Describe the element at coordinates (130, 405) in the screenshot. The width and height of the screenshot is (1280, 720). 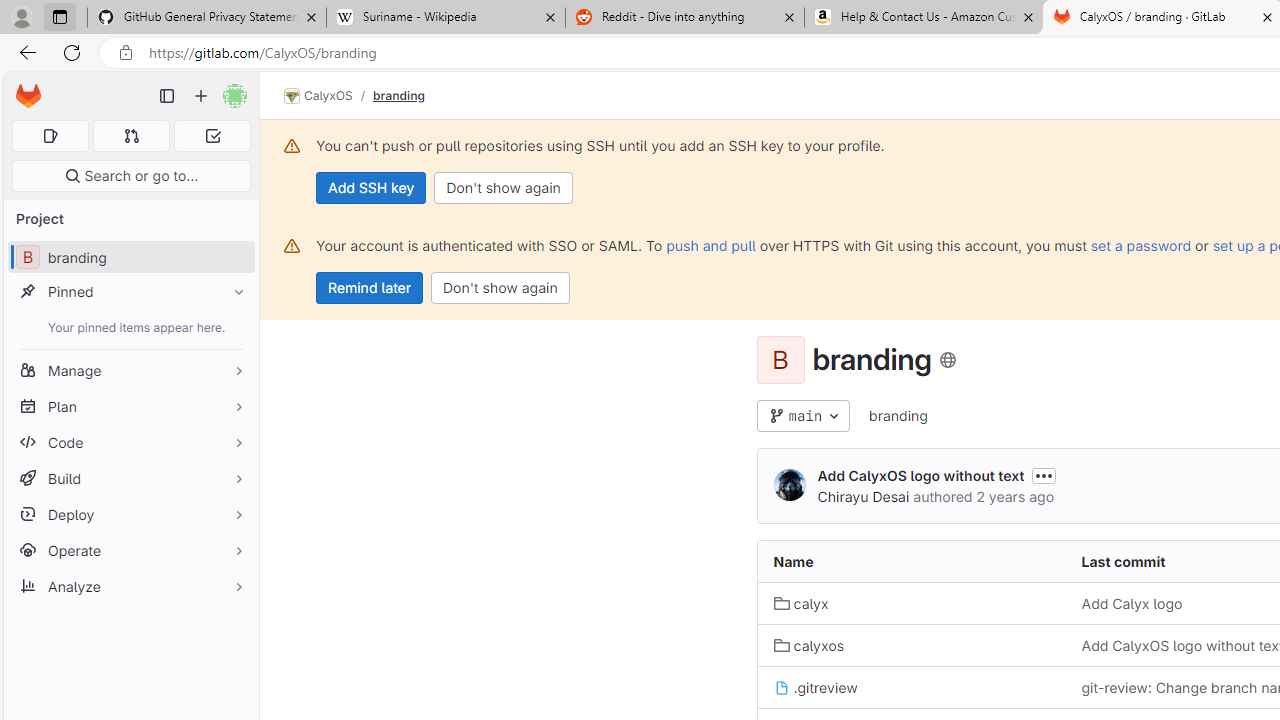
I see `'Plan'` at that location.